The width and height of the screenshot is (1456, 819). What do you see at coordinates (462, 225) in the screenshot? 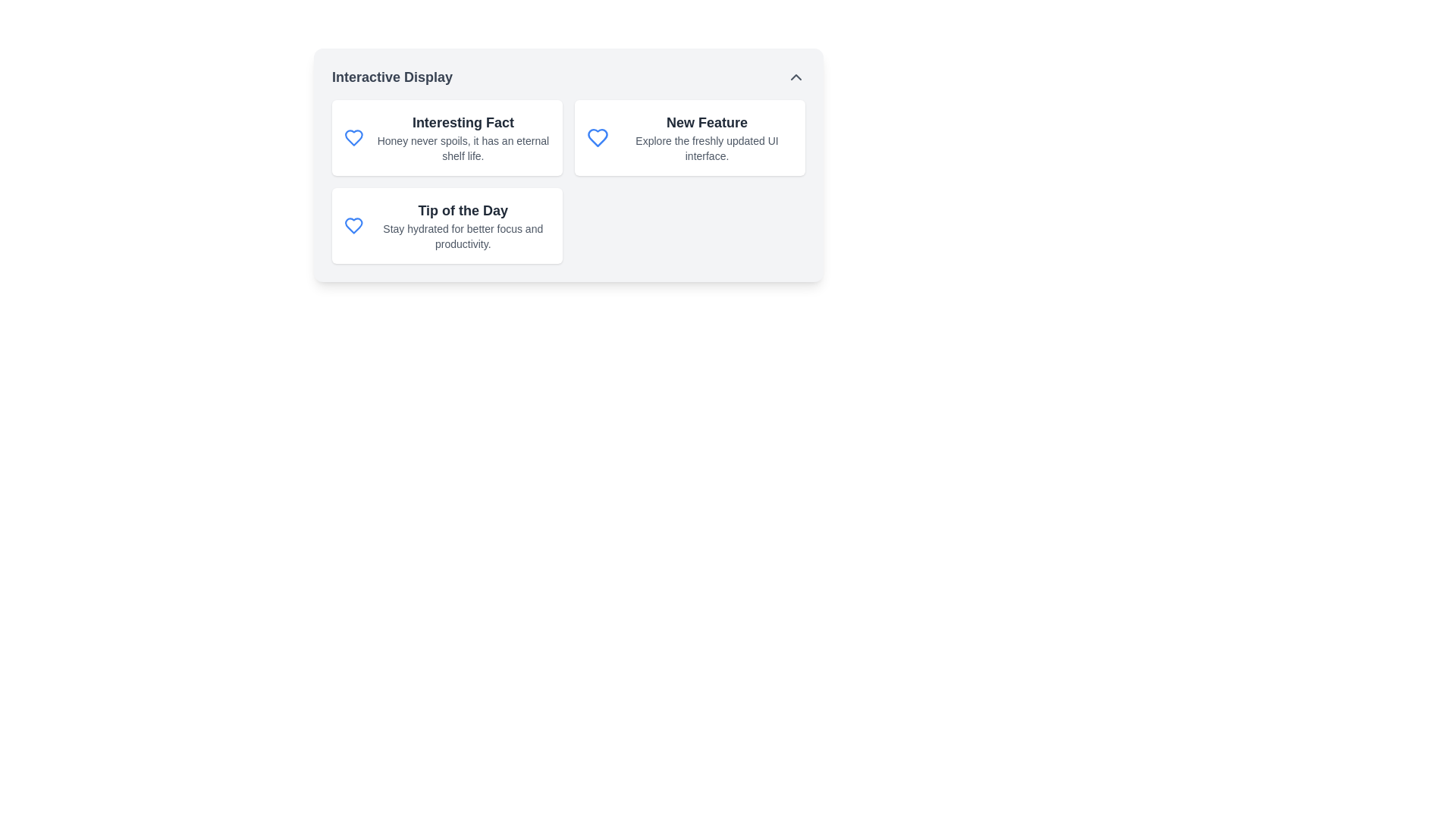
I see `the Text display component that combines a title and description, which is located in the second column of the interface, beneath the 'Interesting Fact' block` at bounding box center [462, 225].